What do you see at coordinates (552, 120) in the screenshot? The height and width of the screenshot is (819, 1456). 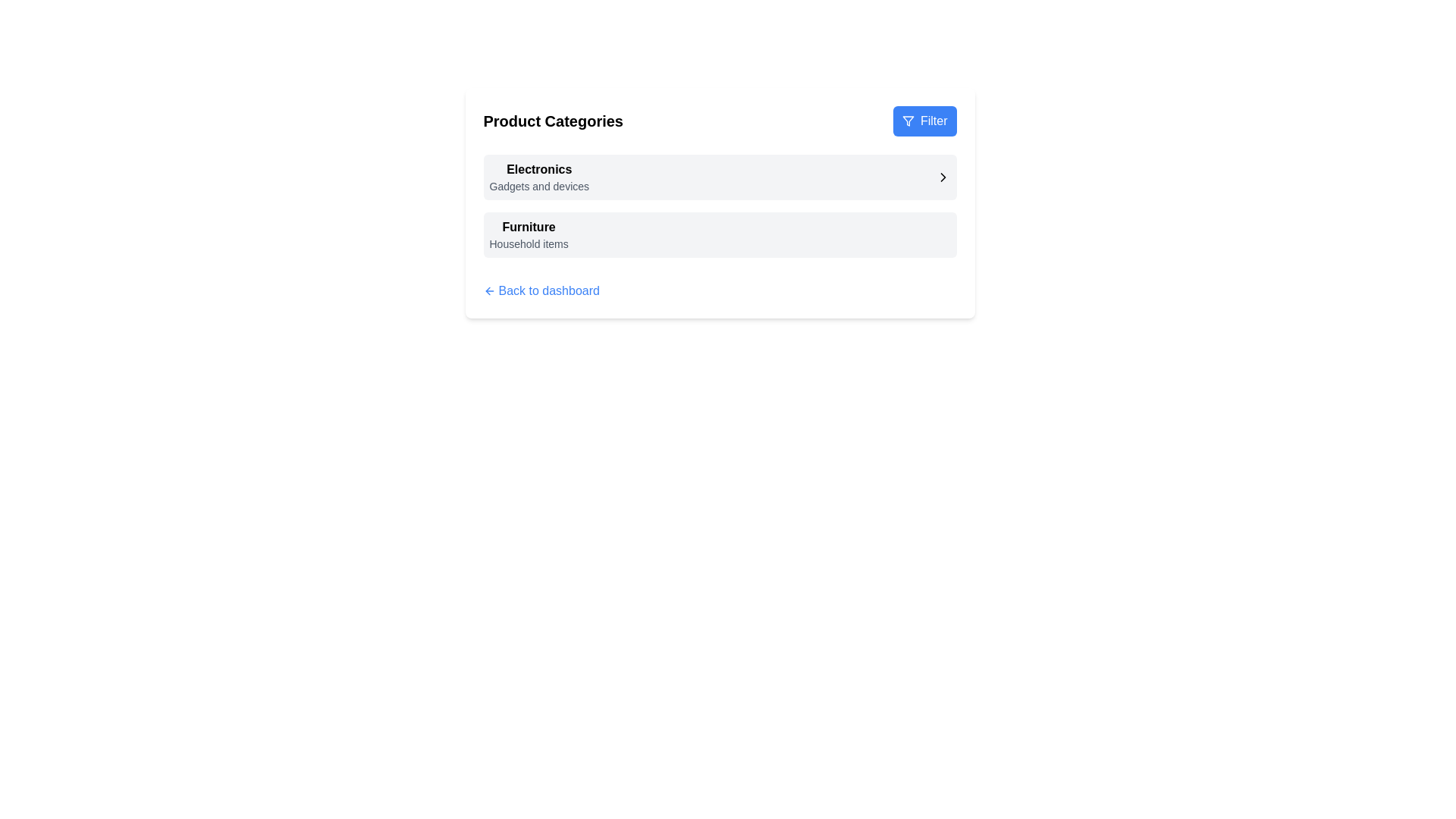 I see `the Text label that serves as a section title for the category of items displayed in the interface, located near the upper-left corner next to the 'Filter' button` at bounding box center [552, 120].